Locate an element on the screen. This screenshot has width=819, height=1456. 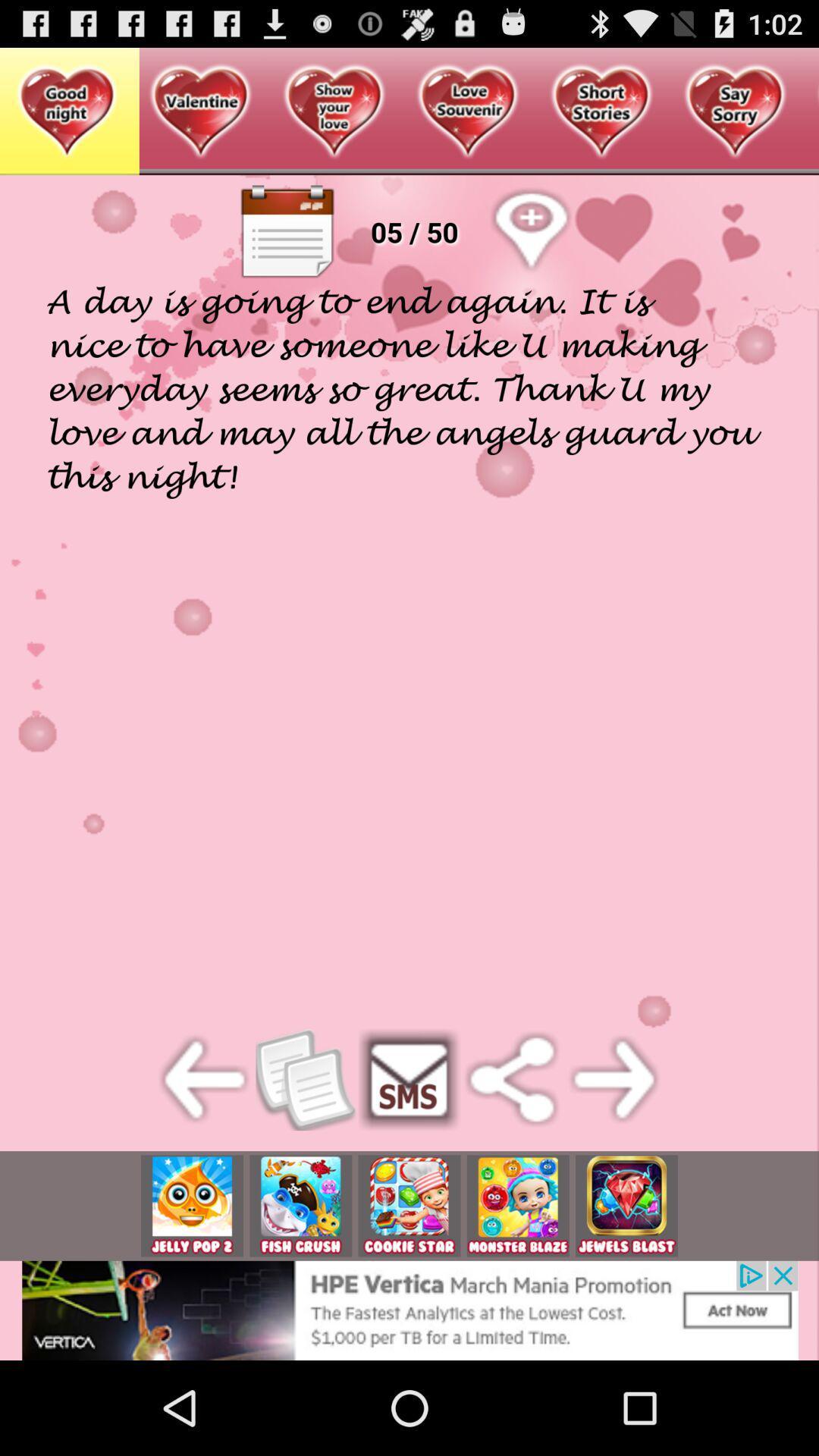
next is located at coordinates (614, 1078).